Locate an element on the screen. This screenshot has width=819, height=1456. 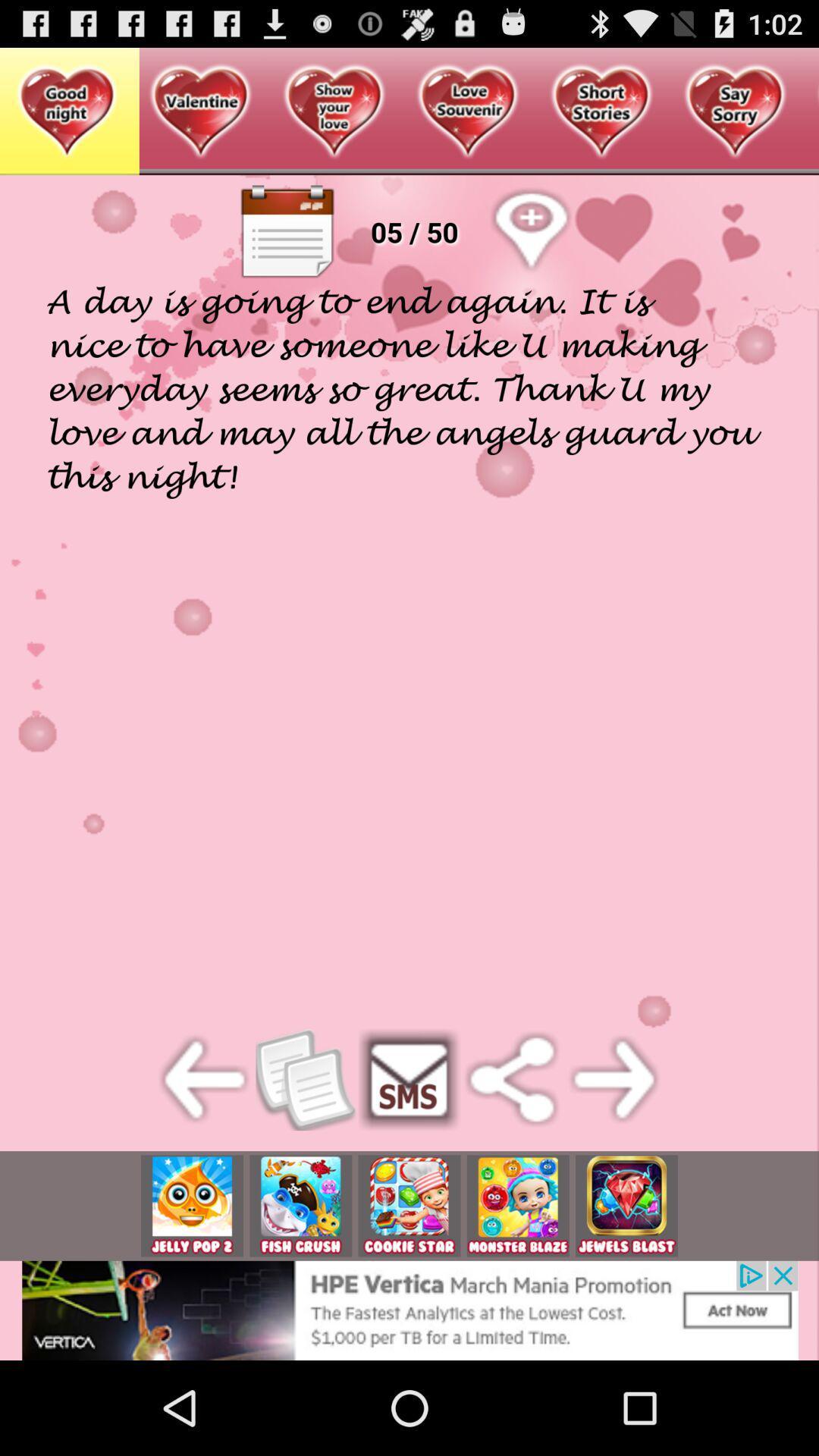
next is located at coordinates (614, 1078).